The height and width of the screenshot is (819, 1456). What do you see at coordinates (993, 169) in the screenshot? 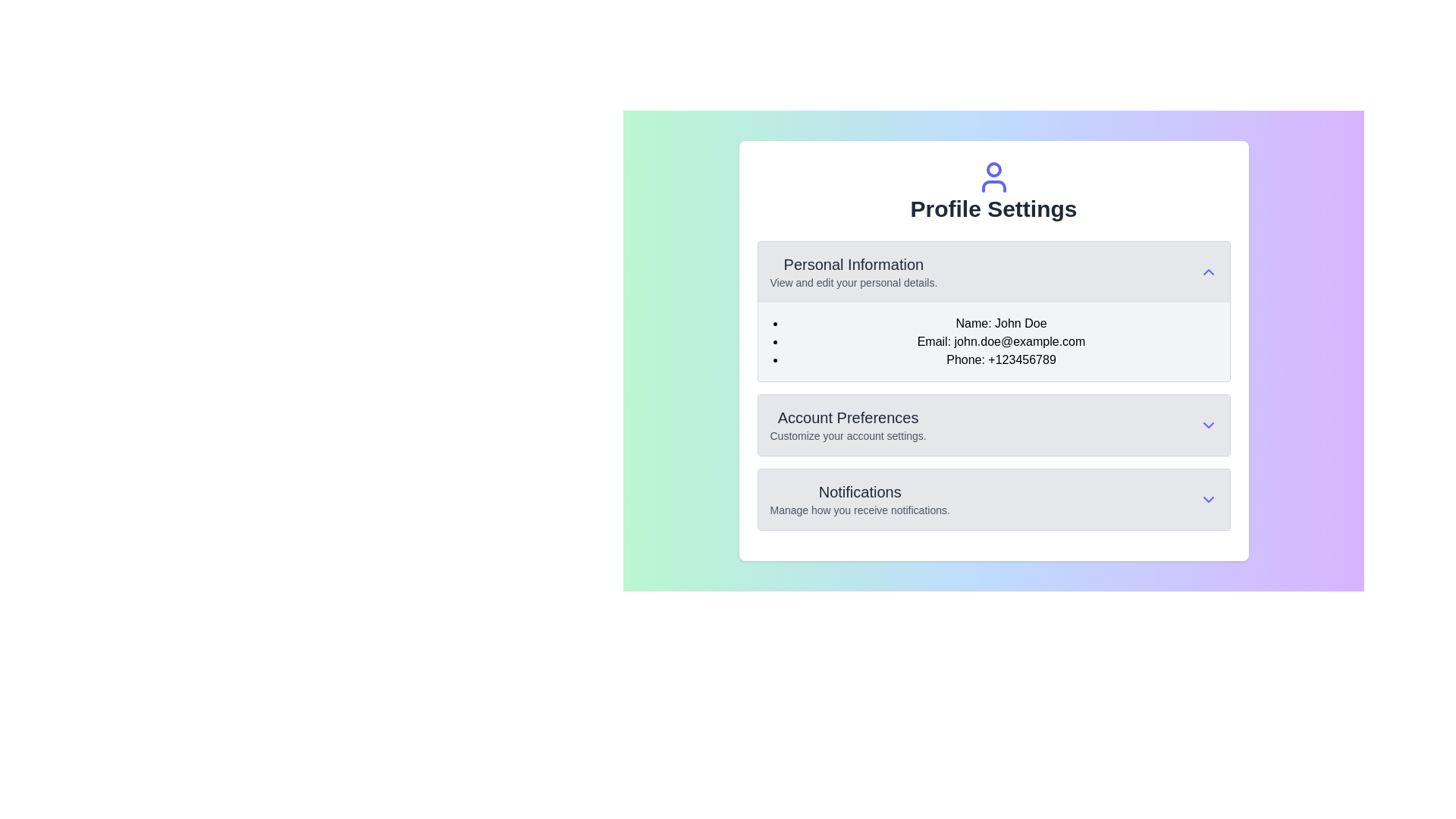
I see `the SVG Circle Shape that represents the user's head within the profile icon, which is located above the text 'Profile Settings'` at bounding box center [993, 169].